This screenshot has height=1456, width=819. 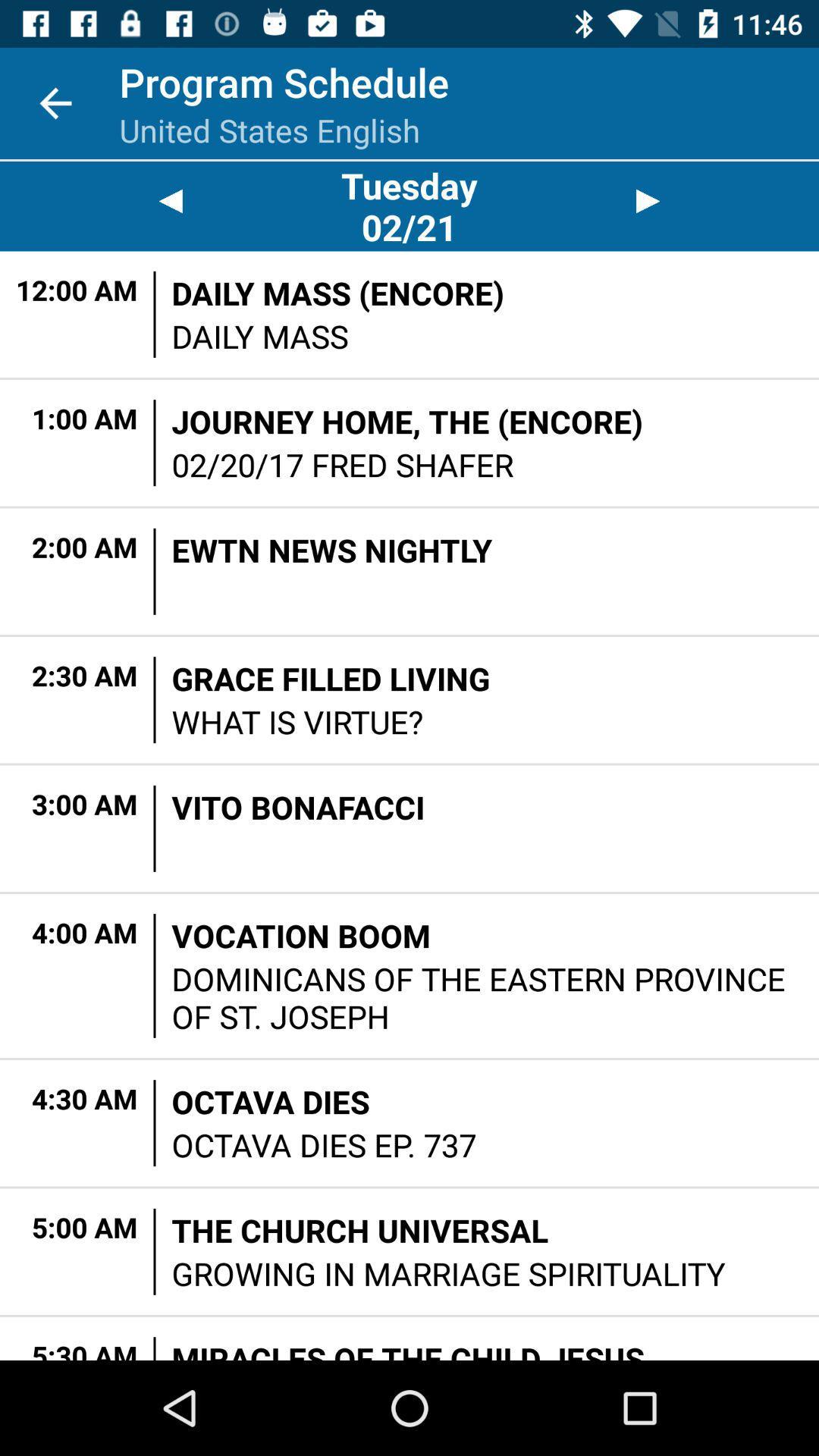 What do you see at coordinates (447, 1273) in the screenshot?
I see `item above the miracles of the icon` at bounding box center [447, 1273].